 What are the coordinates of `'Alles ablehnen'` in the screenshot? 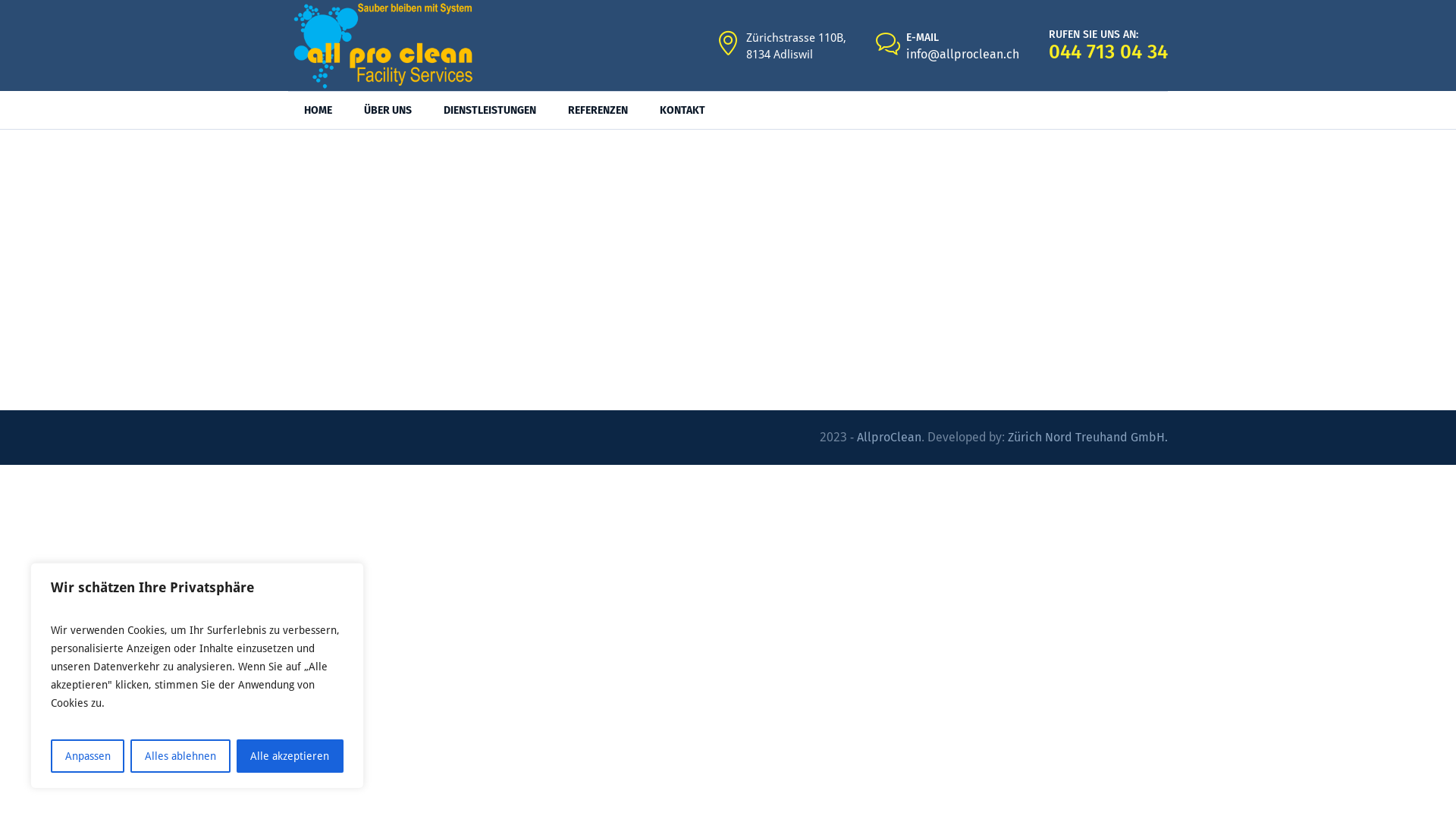 It's located at (180, 755).